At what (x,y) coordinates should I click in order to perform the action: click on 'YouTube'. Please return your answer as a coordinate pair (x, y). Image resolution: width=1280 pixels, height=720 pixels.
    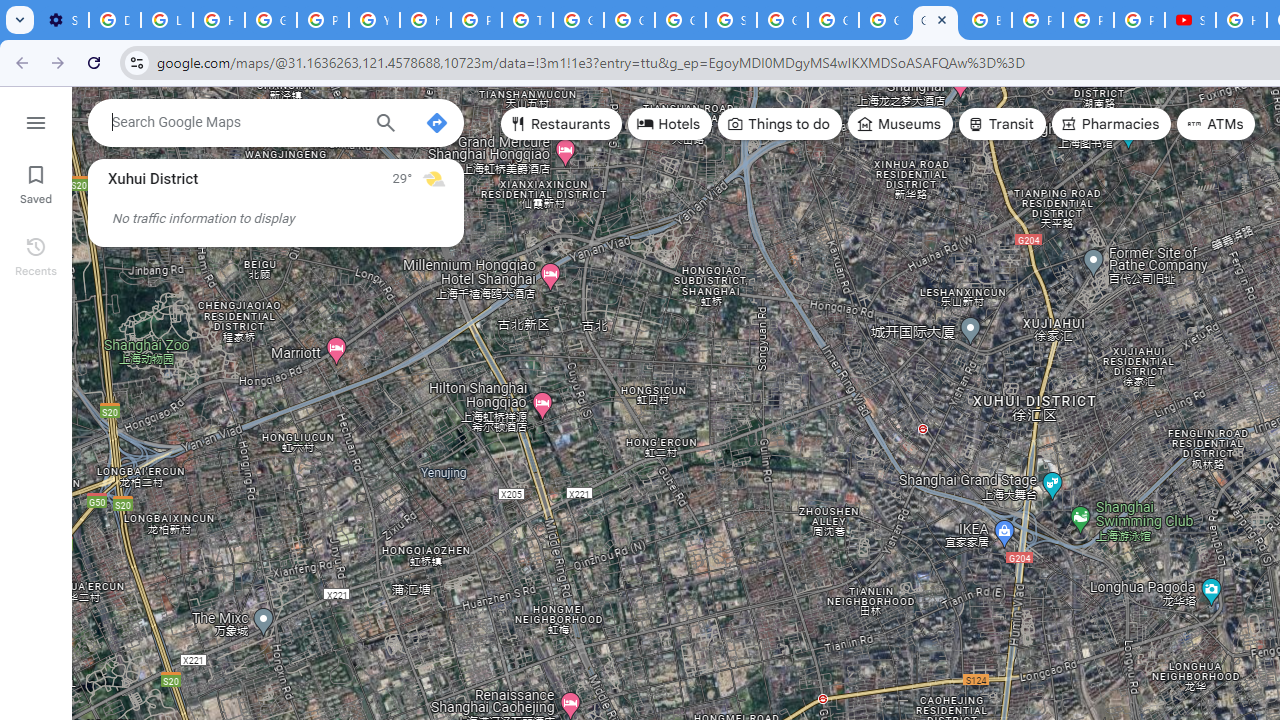
    Looking at the image, I should click on (375, 20).